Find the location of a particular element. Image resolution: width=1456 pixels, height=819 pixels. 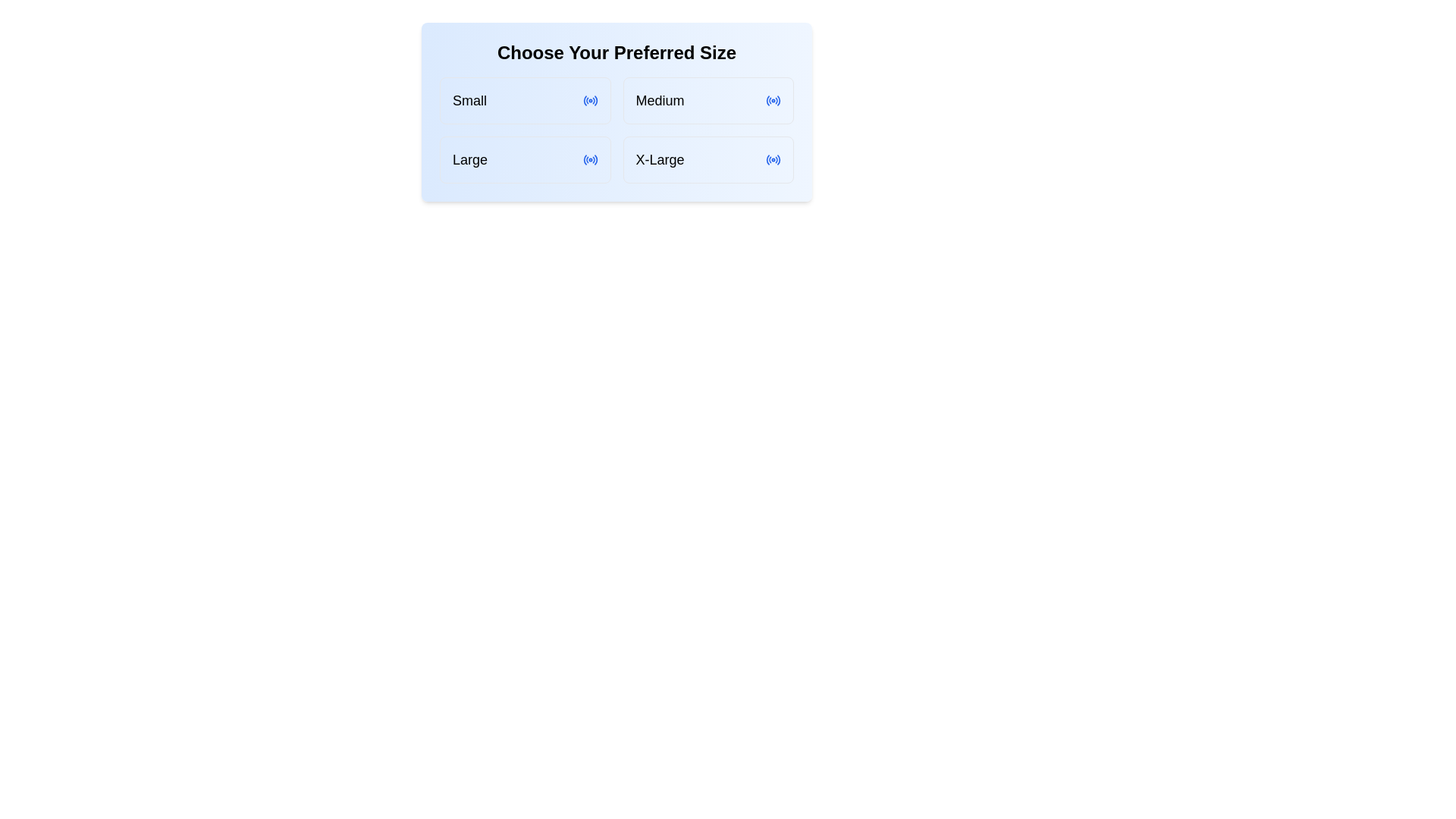

the header text 'Choose Your Preferred Size' which is styled in a large, bold font at the top of a light blue background card is located at coordinates (617, 52).